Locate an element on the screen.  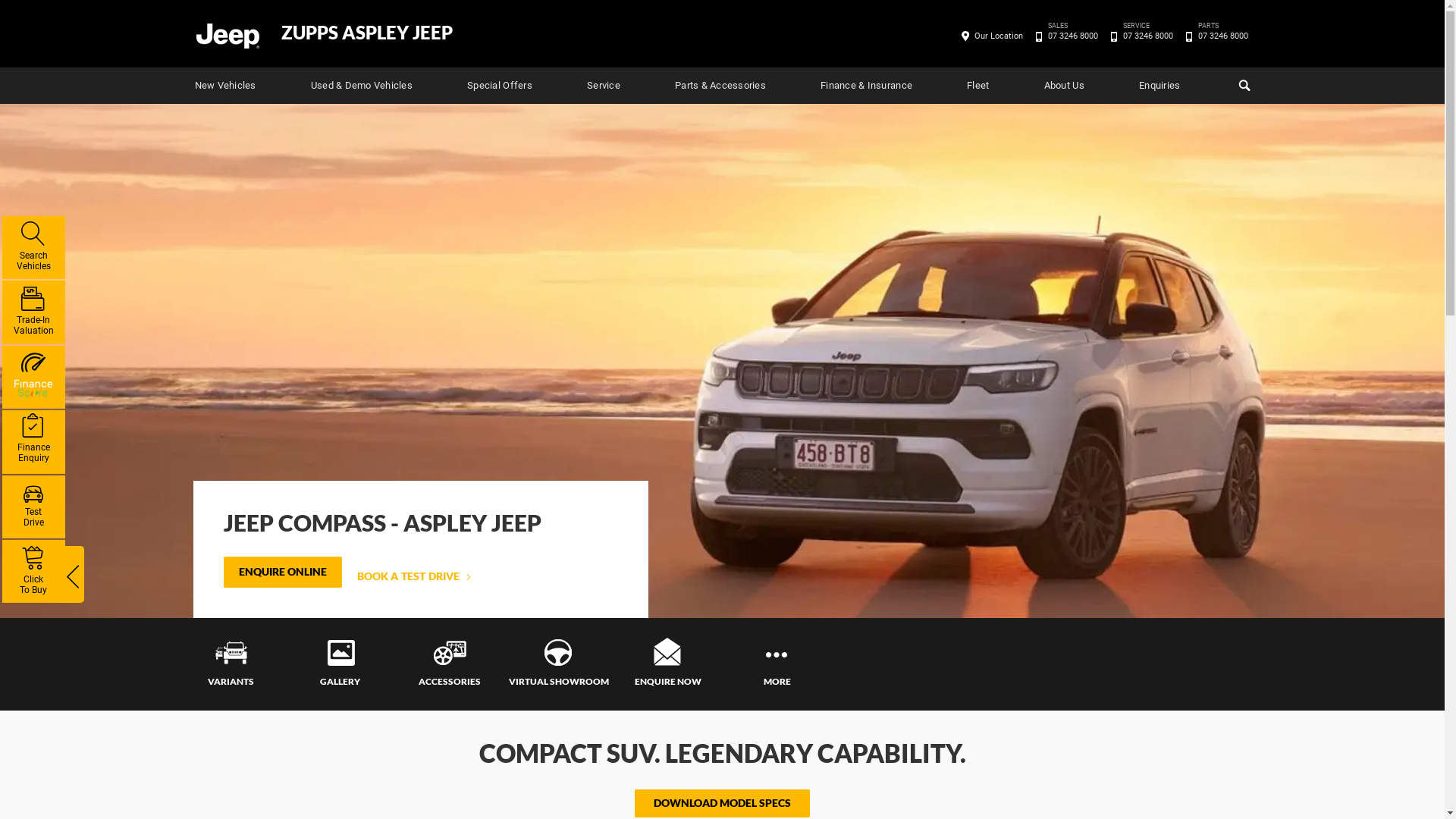
'MORE' is located at coordinates (720, 663).